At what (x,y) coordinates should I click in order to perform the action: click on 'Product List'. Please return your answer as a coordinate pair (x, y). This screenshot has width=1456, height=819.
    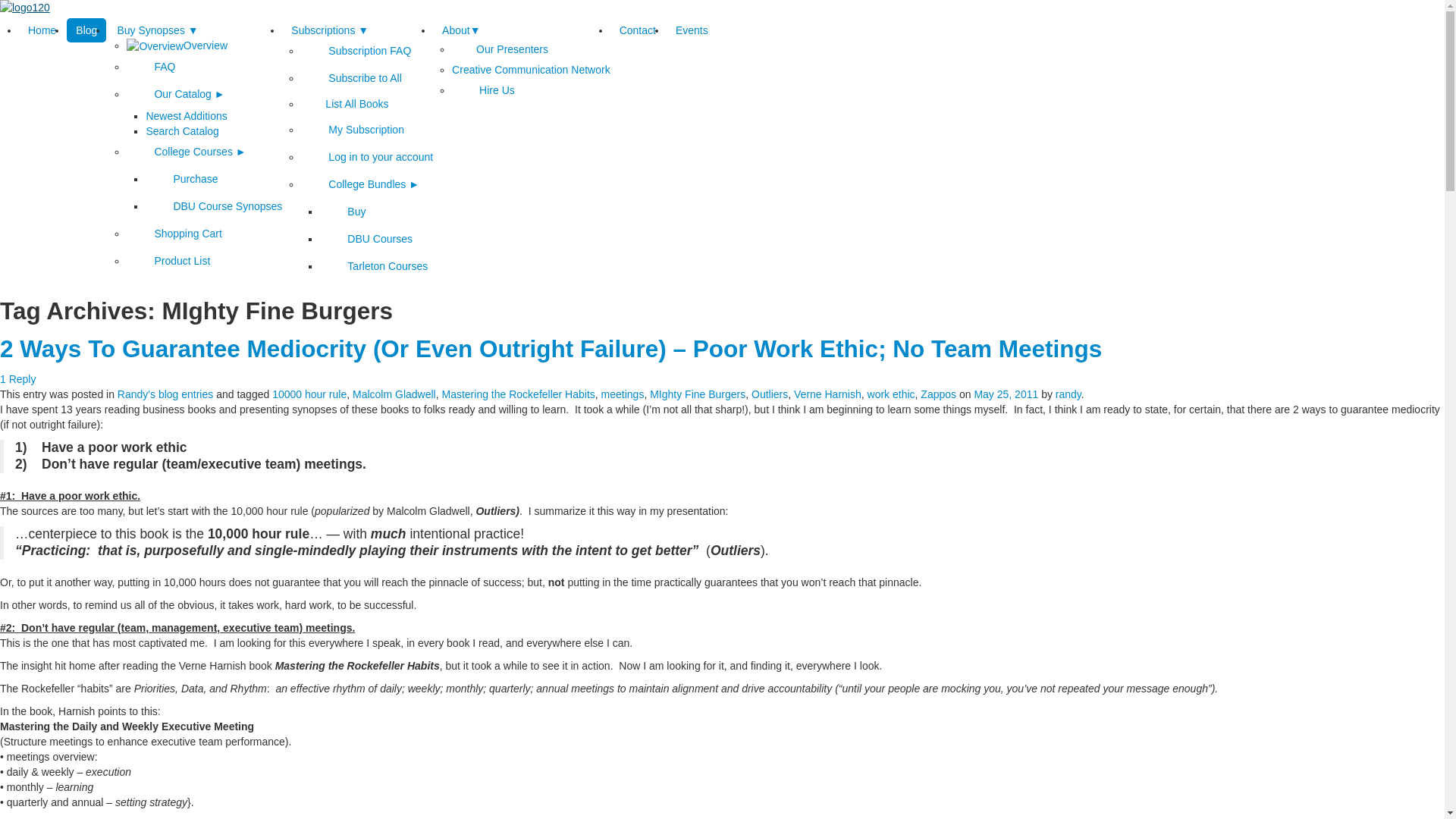
    Looking at the image, I should click on (127, 259).